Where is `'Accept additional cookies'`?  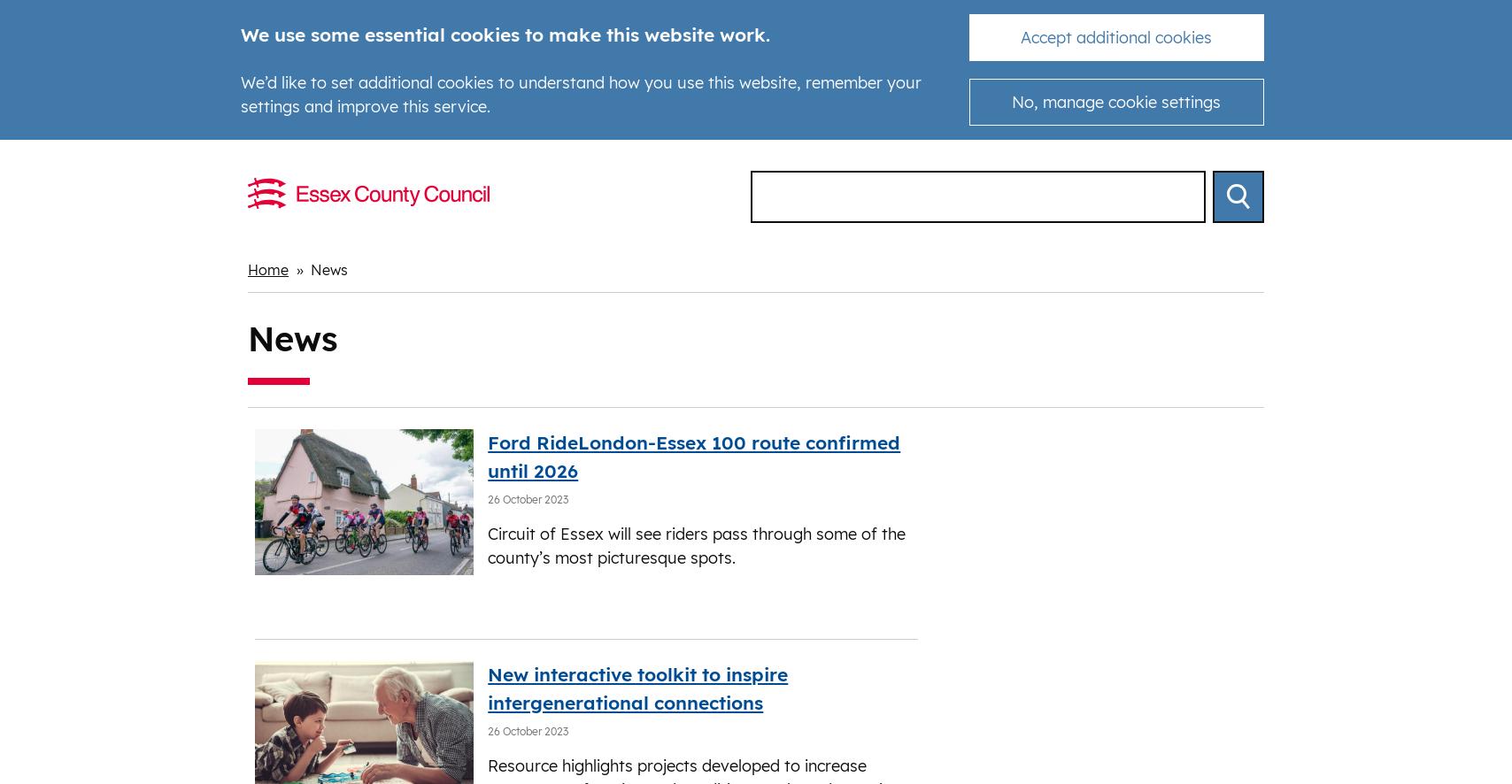
'Accept additional cookies' is located at coordinates (1116, 37).